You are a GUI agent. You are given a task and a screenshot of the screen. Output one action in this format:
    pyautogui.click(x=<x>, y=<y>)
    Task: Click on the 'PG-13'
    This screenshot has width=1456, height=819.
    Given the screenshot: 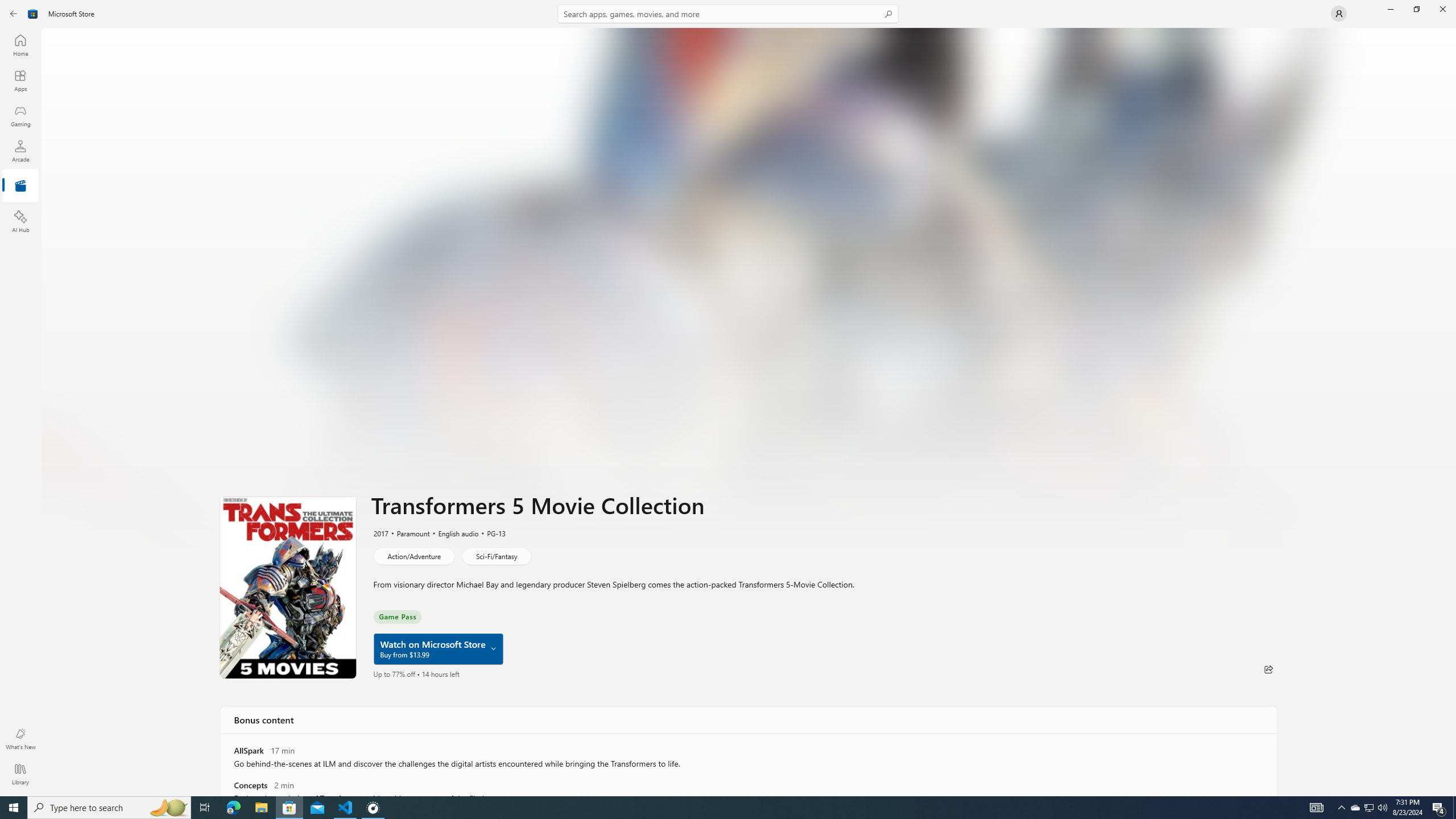 What is the action you would take?
    pyautogui.click(x=490, y=533)
    